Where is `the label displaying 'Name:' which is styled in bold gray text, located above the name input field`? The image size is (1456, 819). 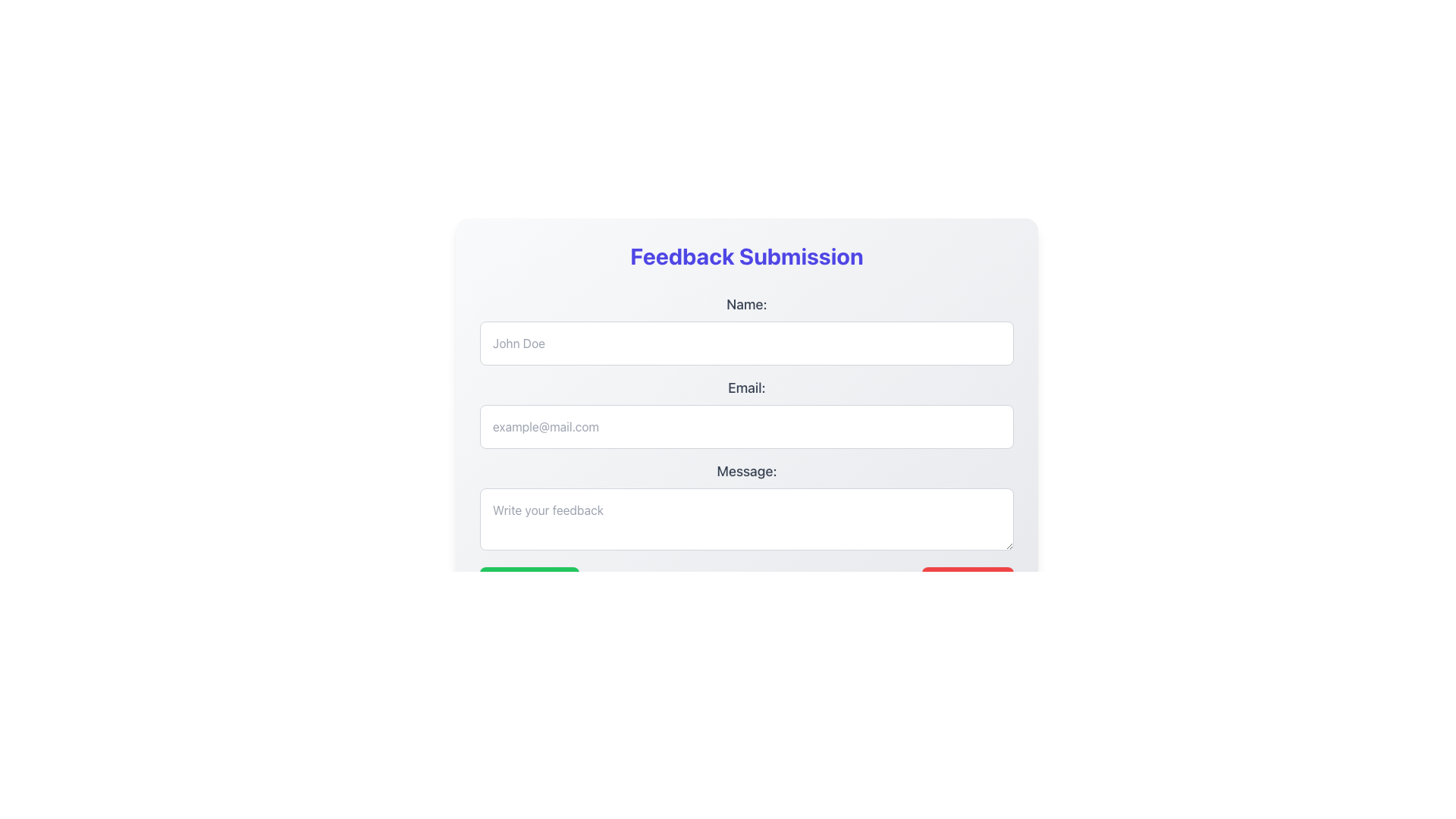 the label displaying 'Name:' which is styled in bold gray text, located above the name input field is located at coordinates (746, 304).